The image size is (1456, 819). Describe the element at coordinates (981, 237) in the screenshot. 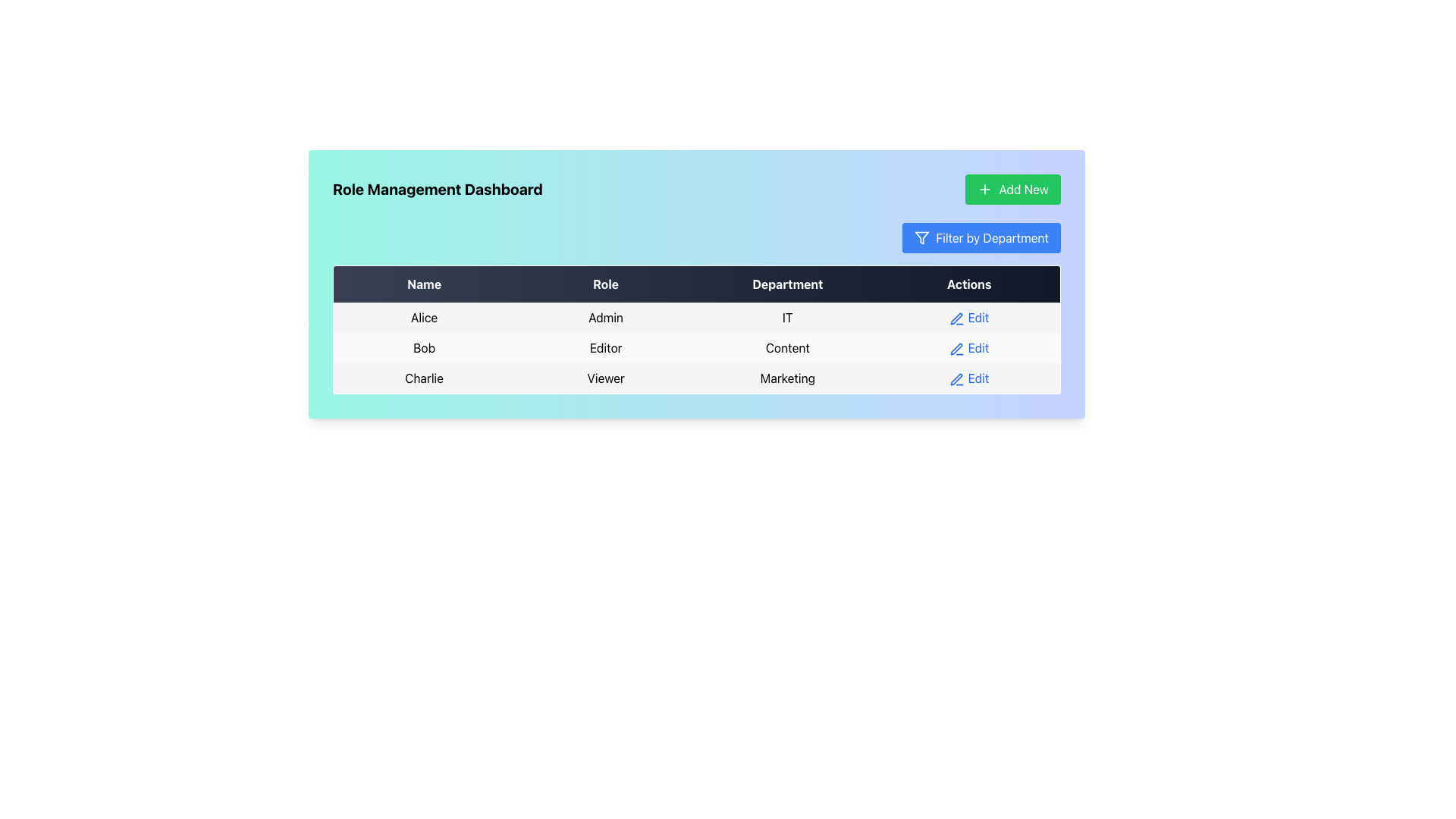

I see `the button labeled 'Filter by Department' which has a blue background and a funnel icon to apply a filter` at that location.